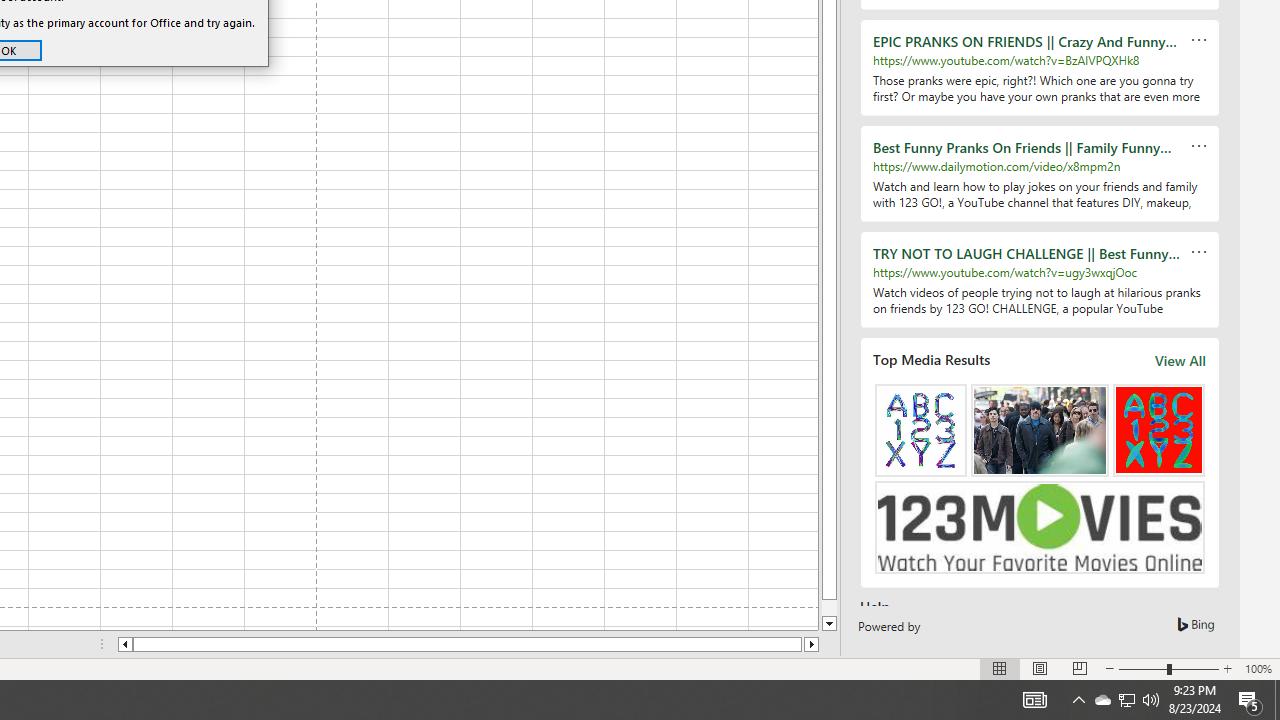 Image resolution: width=1280 pixels, height=720 pixels. What do you see at coordinates (1000, 669) in the screenshot?
I see `'Normal'` at bounding box center [1000, 669].